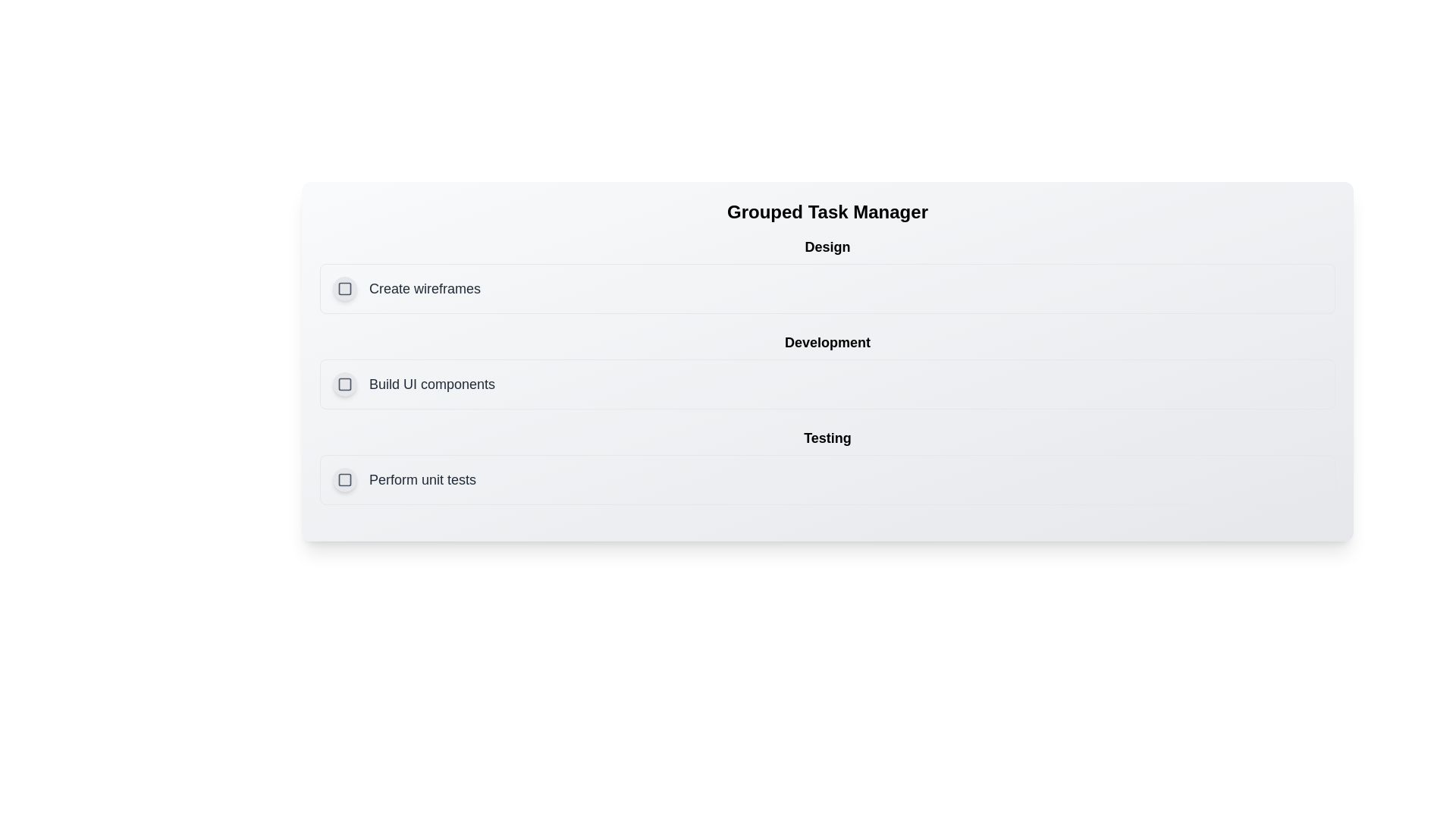  Describe the element at coordinates (827, 438) in the screenshot. I see `text from the header or title element that categorizes the 'Perform unit tests' task, which is centrally positioned in its section` at that location.